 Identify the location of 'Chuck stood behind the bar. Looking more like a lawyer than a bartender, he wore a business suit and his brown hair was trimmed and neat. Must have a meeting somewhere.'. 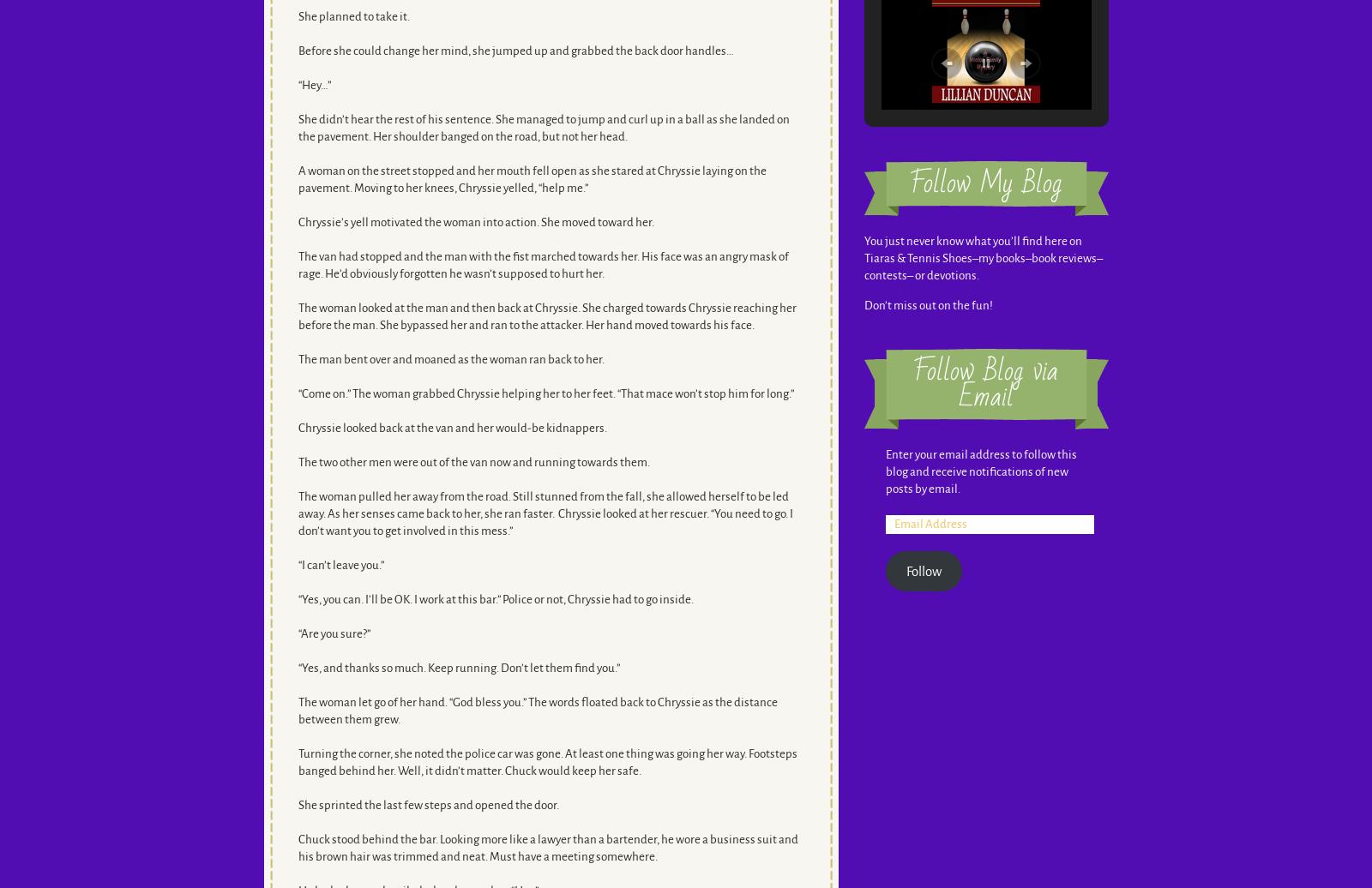
(547, 848).